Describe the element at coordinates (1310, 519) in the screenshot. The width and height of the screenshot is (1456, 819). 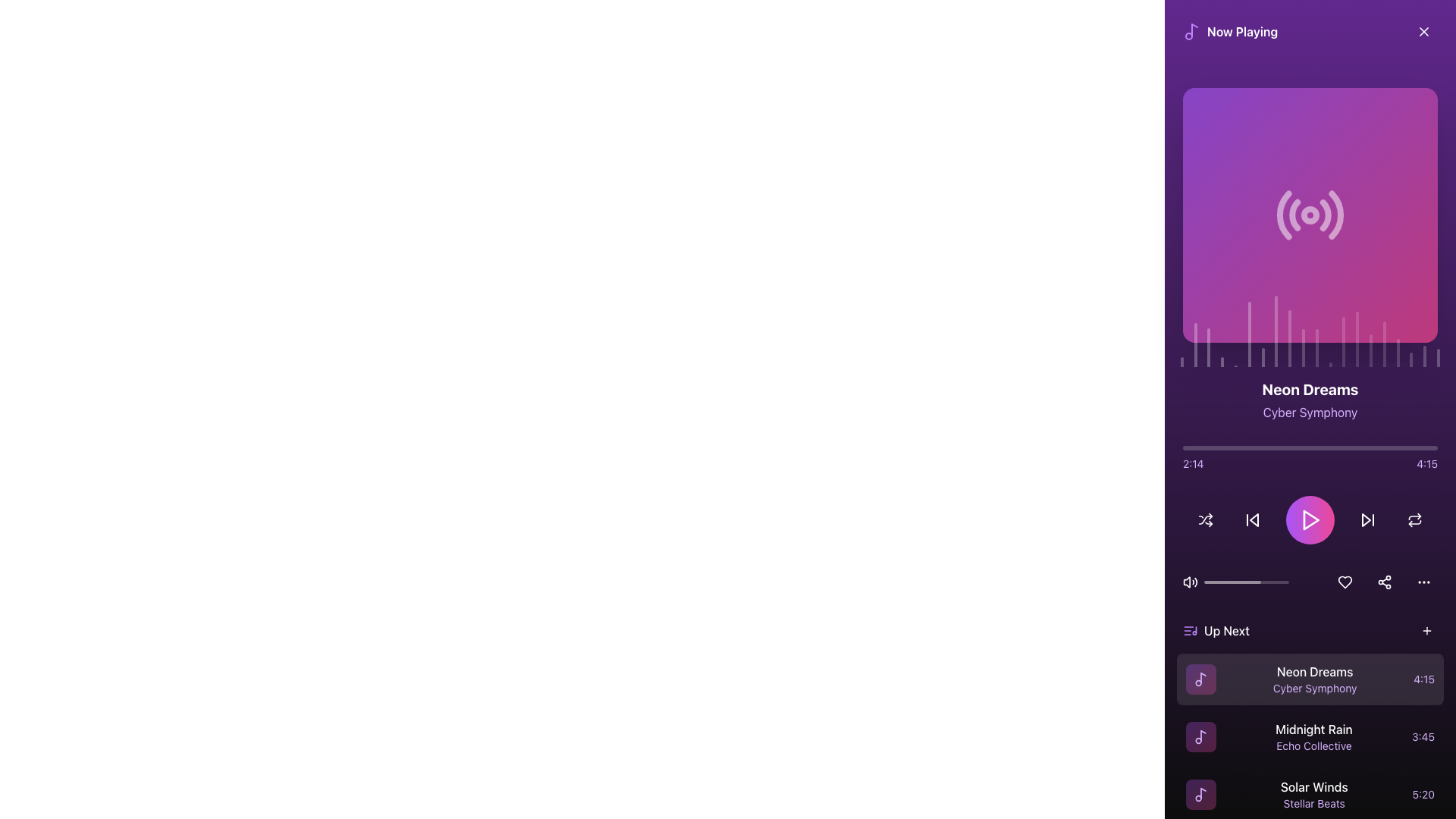
I see `the play control button, which is an icon within a circle located in the lower-central section of the media player interface` at that location.